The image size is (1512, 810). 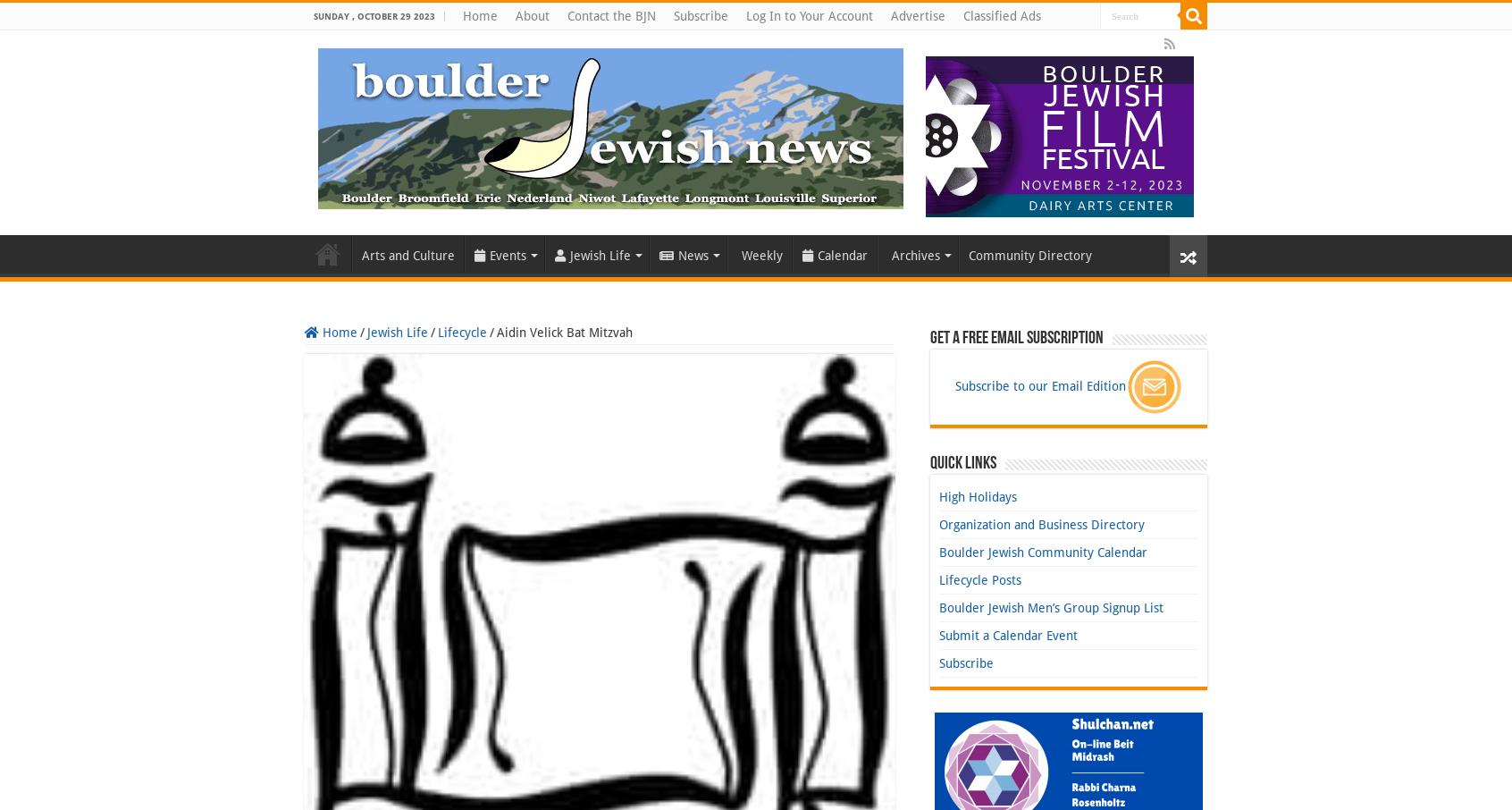 I want to click on 'Lifecycle', so click(x=462, y=332).